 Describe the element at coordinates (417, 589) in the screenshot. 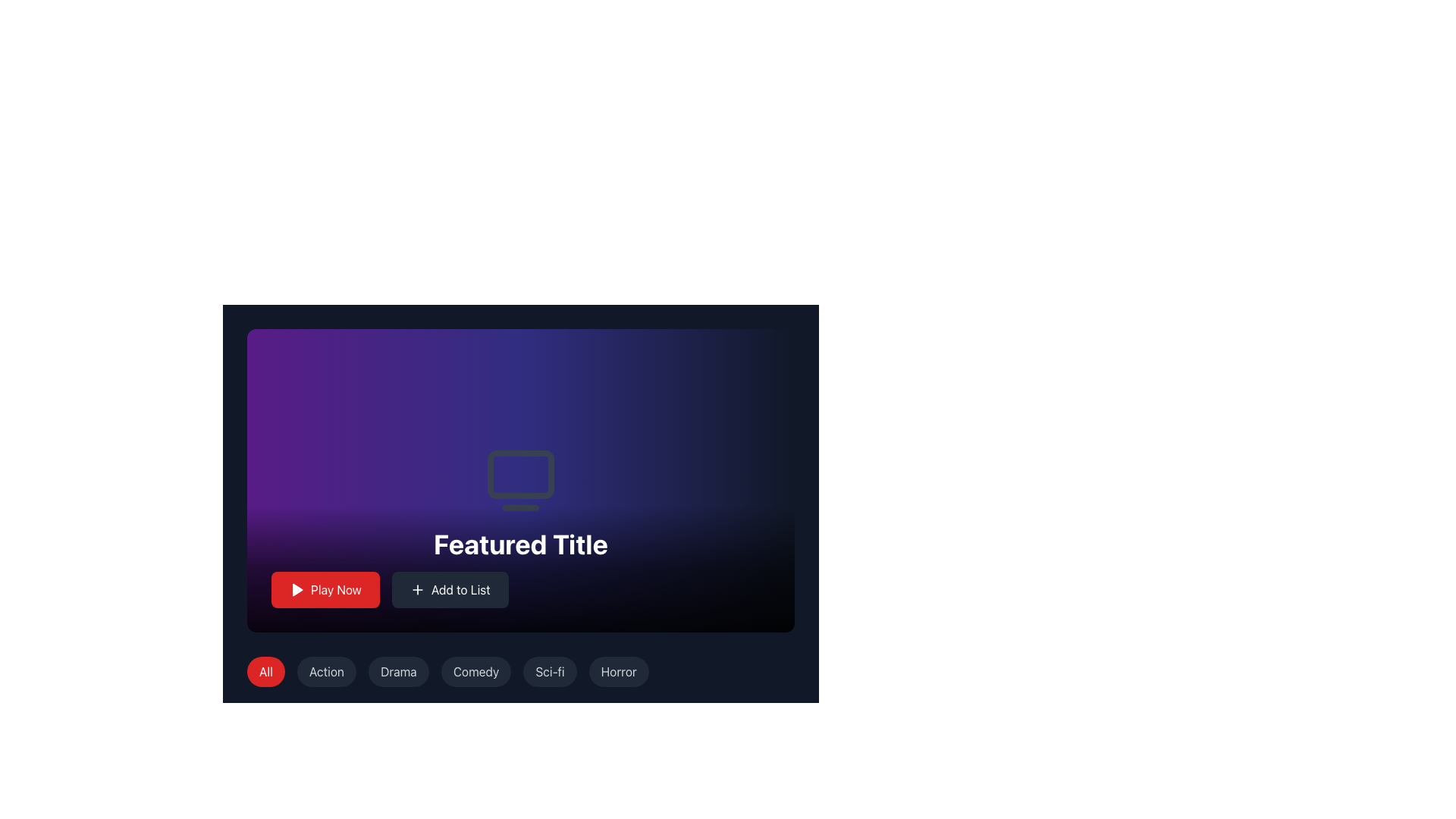

I see `the graphical icon that symbolizes the action` at that location.